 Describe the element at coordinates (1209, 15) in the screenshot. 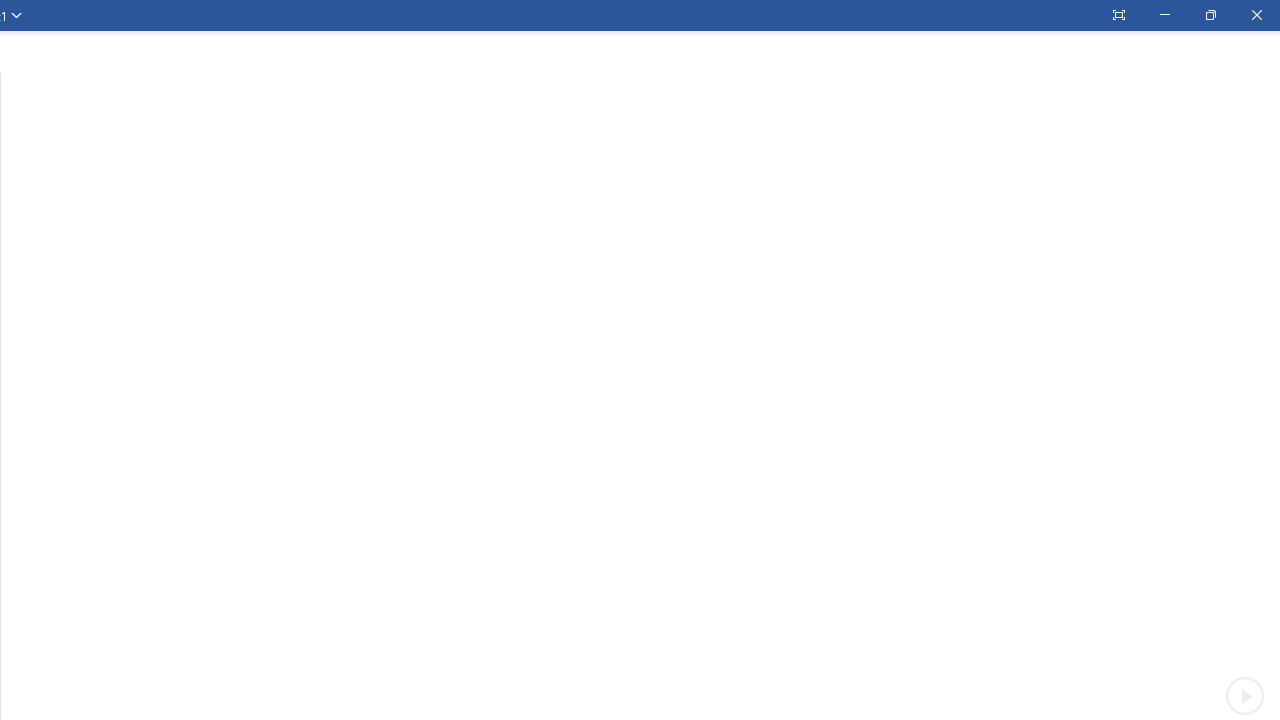

I see `'Restore Down'` at that location.